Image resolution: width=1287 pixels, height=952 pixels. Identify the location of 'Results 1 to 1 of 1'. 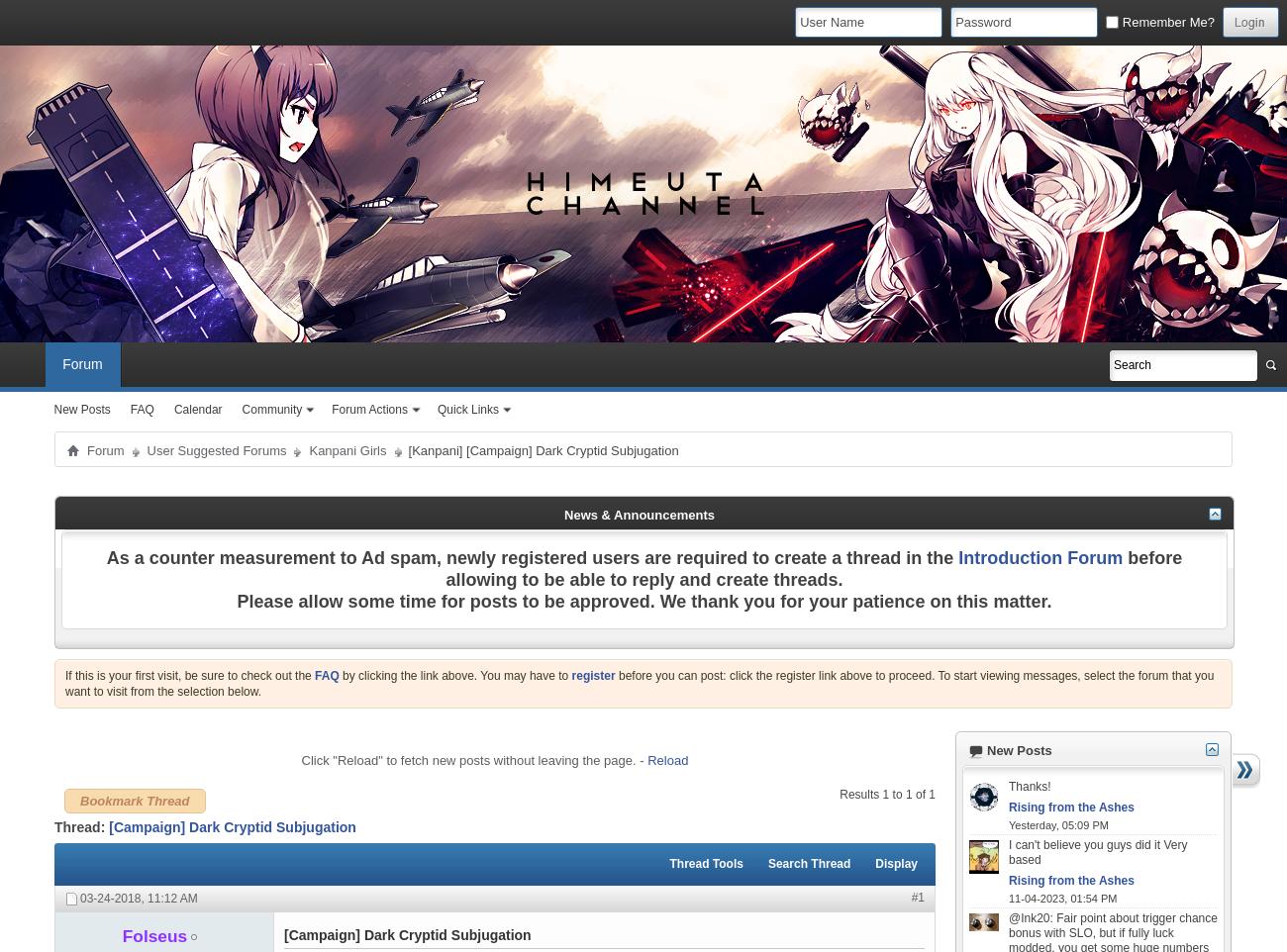
(886, 793).